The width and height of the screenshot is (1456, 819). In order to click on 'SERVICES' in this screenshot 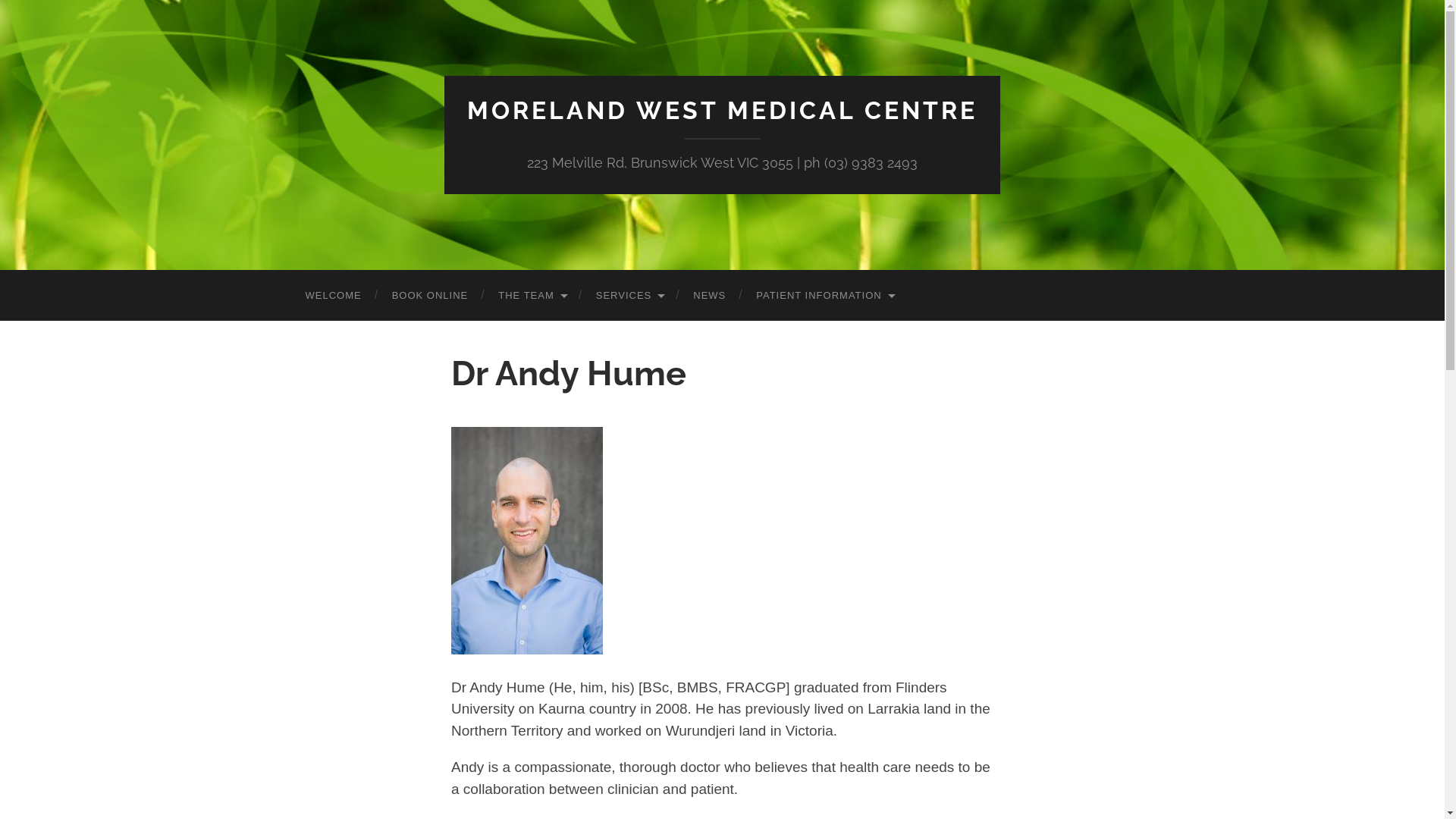, I will do `click(629, 295)`.